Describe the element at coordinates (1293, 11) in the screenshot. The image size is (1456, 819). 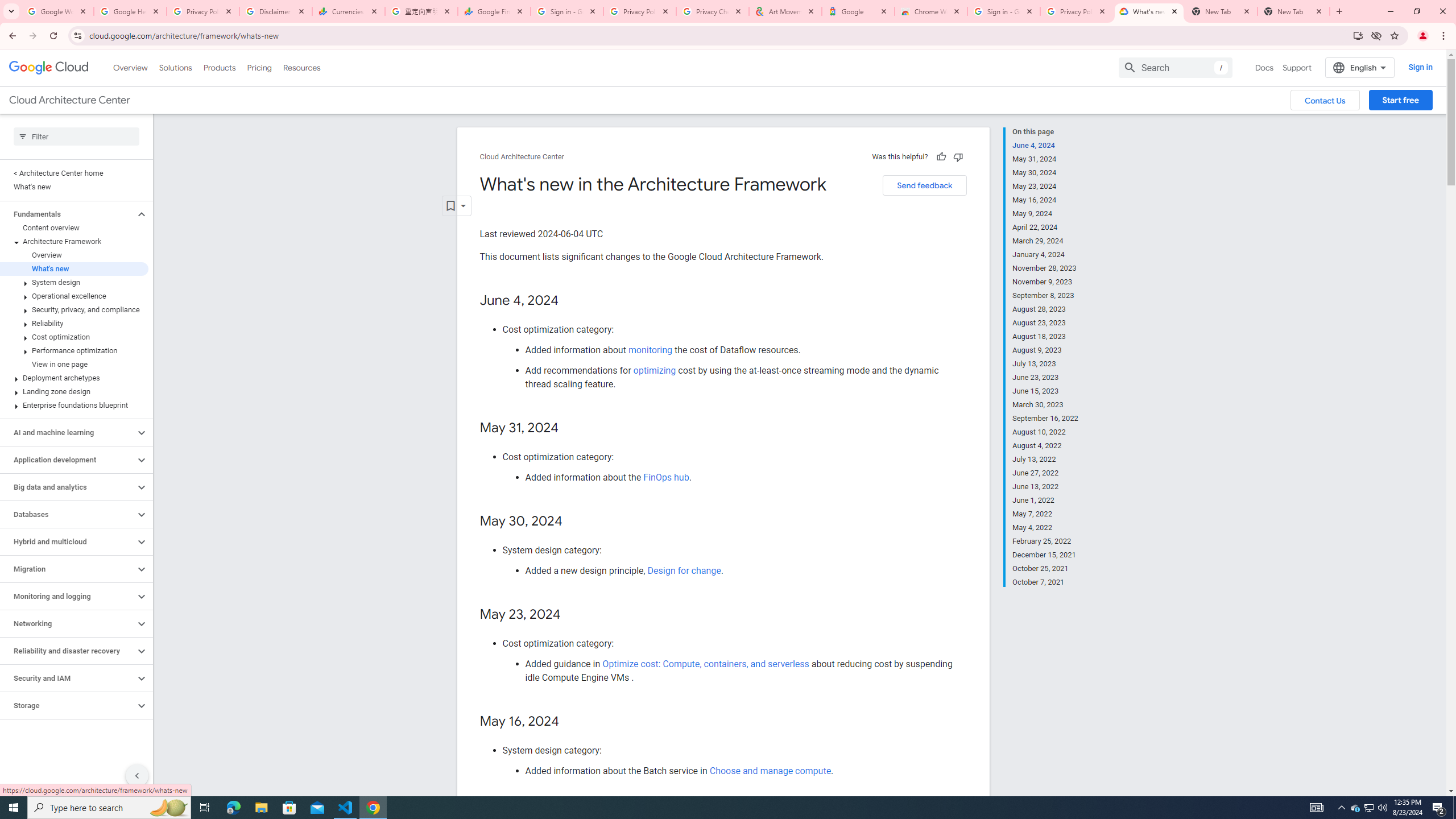
I see `'New Tab'` at that location.